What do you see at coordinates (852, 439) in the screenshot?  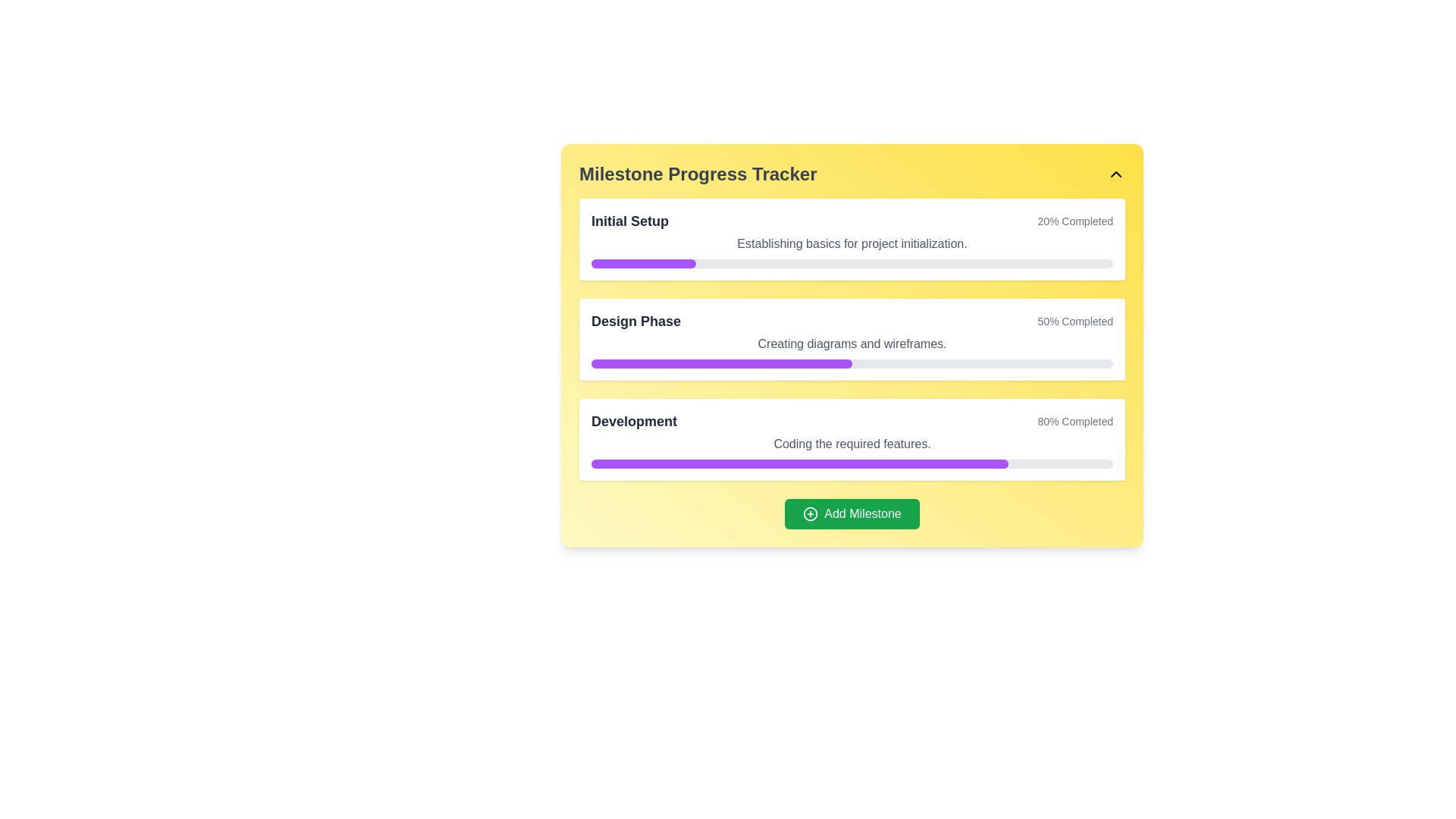 I see `the Milestone progress display, which is the third section in a vertically stacked list of milestones located in the center of the interface, following the 'Design Phase' section and preceding the 'Add Milestone' button` at bounding box center [852, 439].